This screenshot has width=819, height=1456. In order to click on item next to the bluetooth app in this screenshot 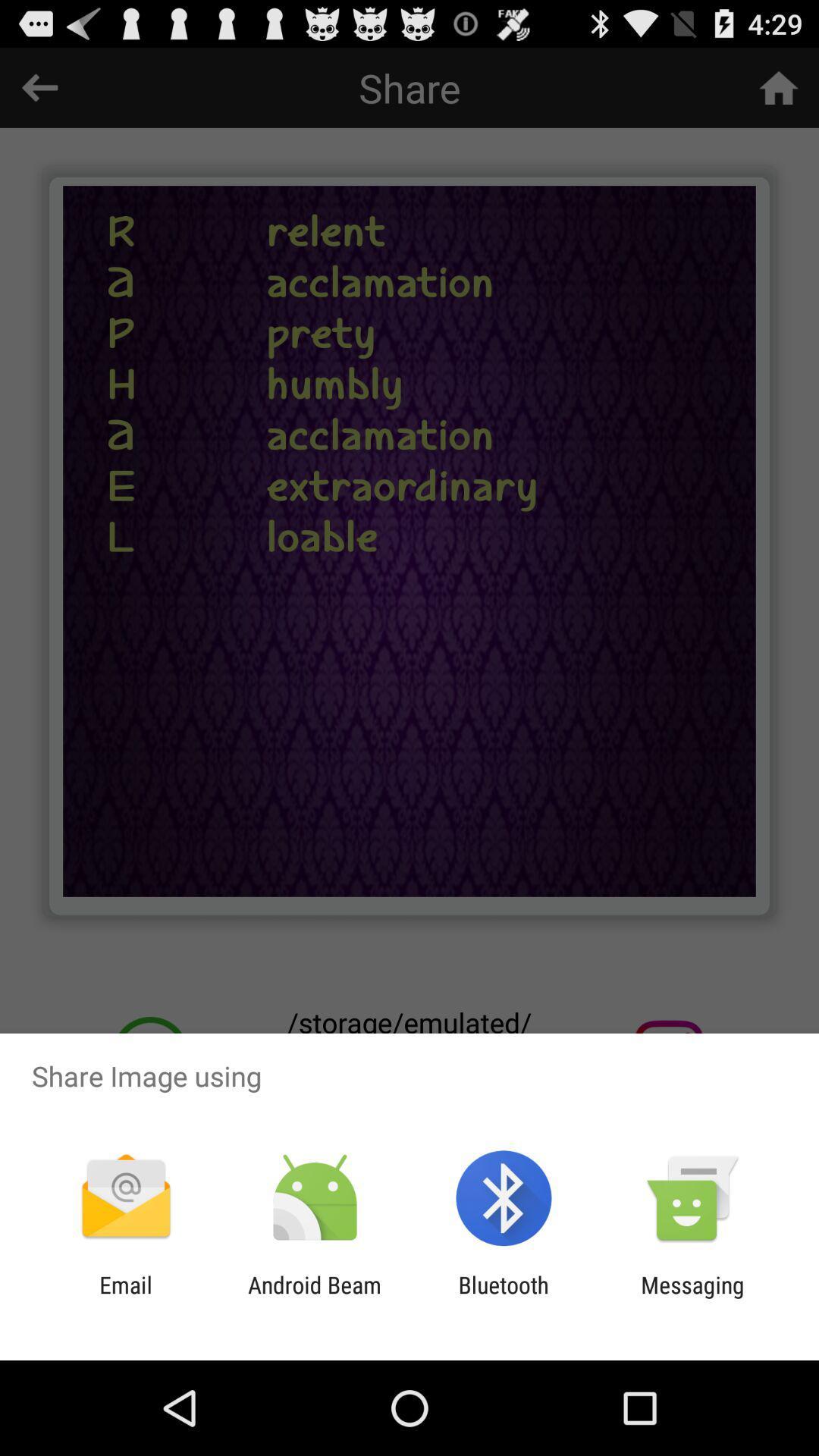, I will do `click(692, 1298)`.